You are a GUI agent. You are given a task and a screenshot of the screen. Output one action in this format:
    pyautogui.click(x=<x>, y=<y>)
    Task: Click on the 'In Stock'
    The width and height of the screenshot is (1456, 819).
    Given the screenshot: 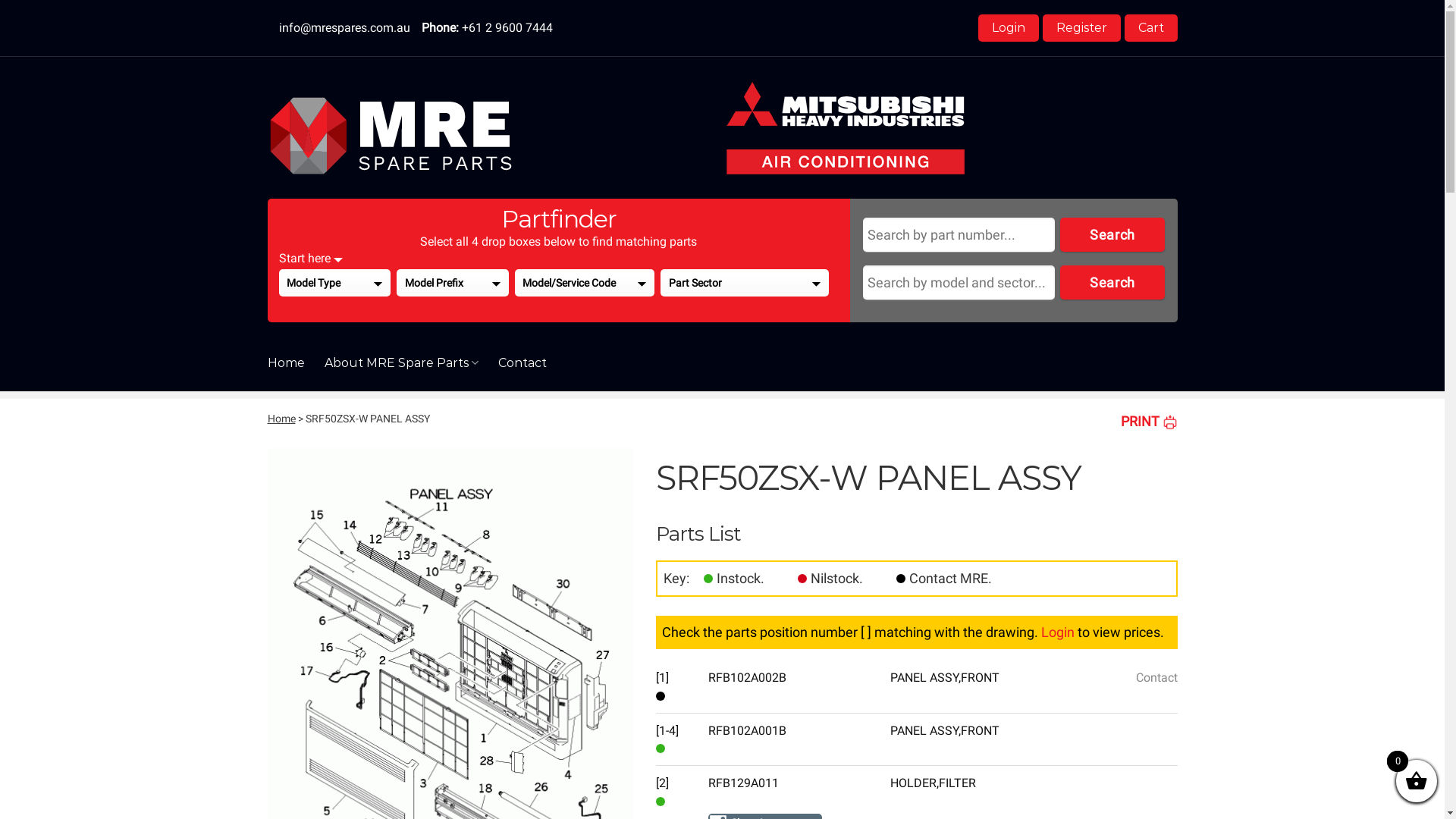 What is the action you would take?
    pyautogui.click(x=708, y=579)
    